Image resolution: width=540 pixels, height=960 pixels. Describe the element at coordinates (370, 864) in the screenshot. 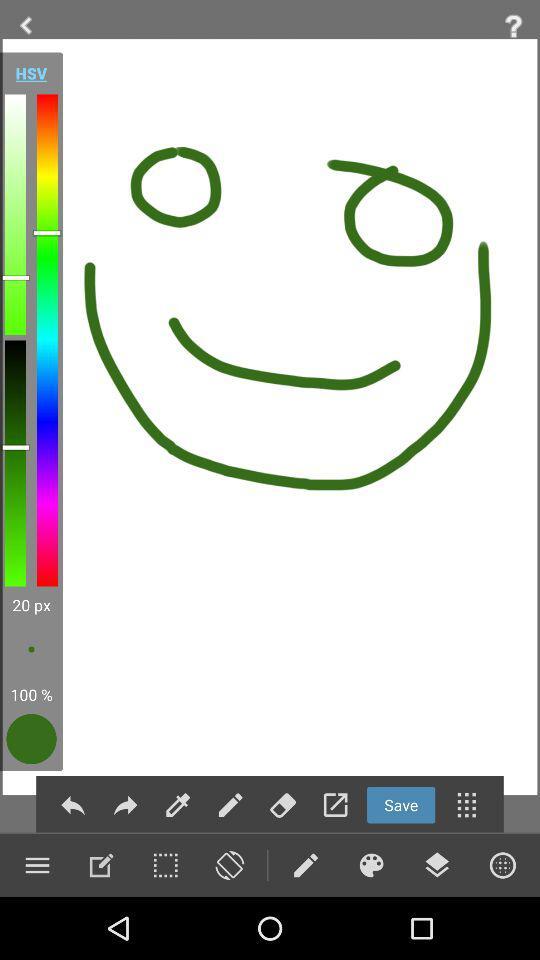

I see `pending` at that location.